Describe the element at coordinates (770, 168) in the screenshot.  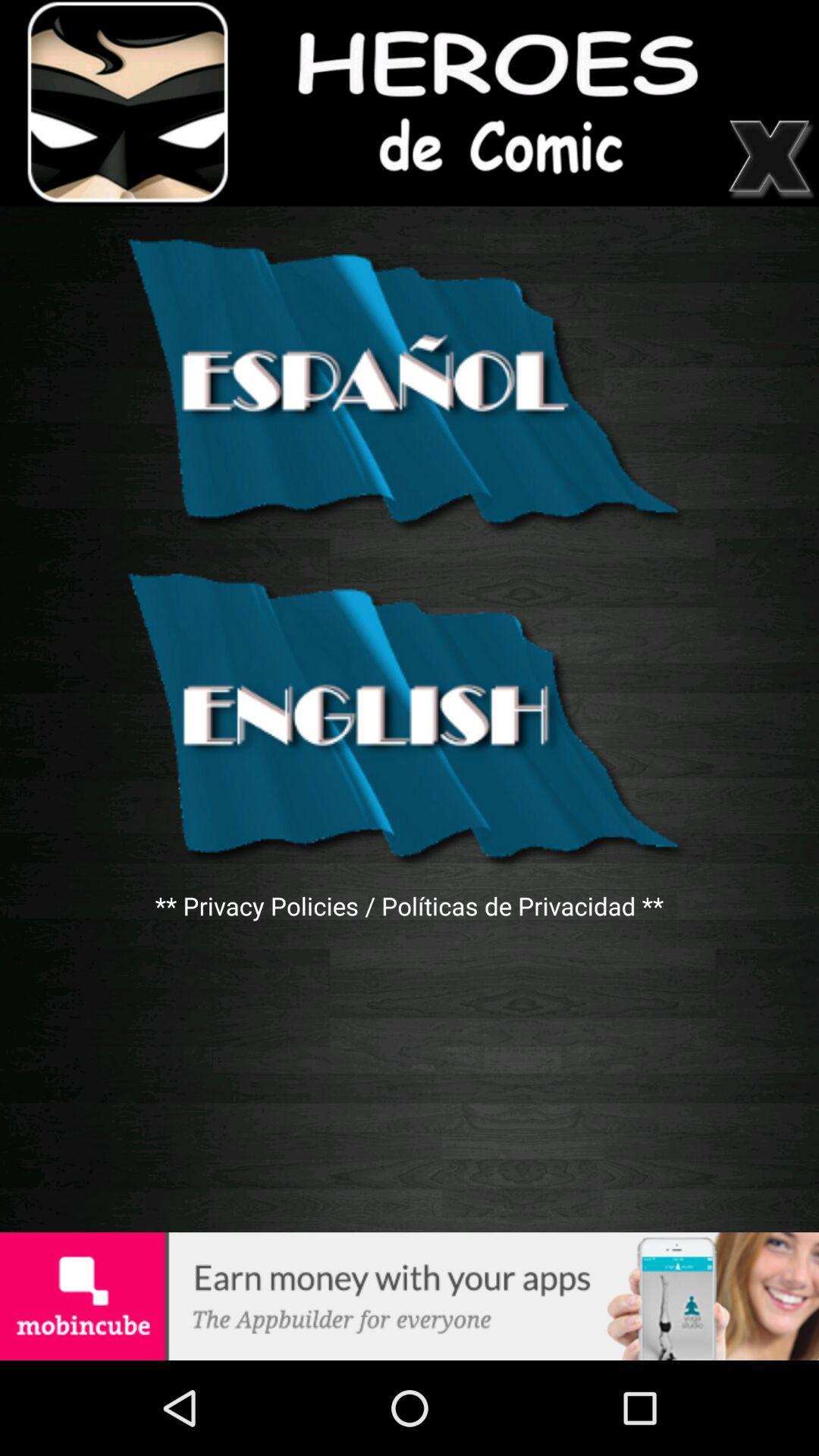
I see `the close icon` at that location.